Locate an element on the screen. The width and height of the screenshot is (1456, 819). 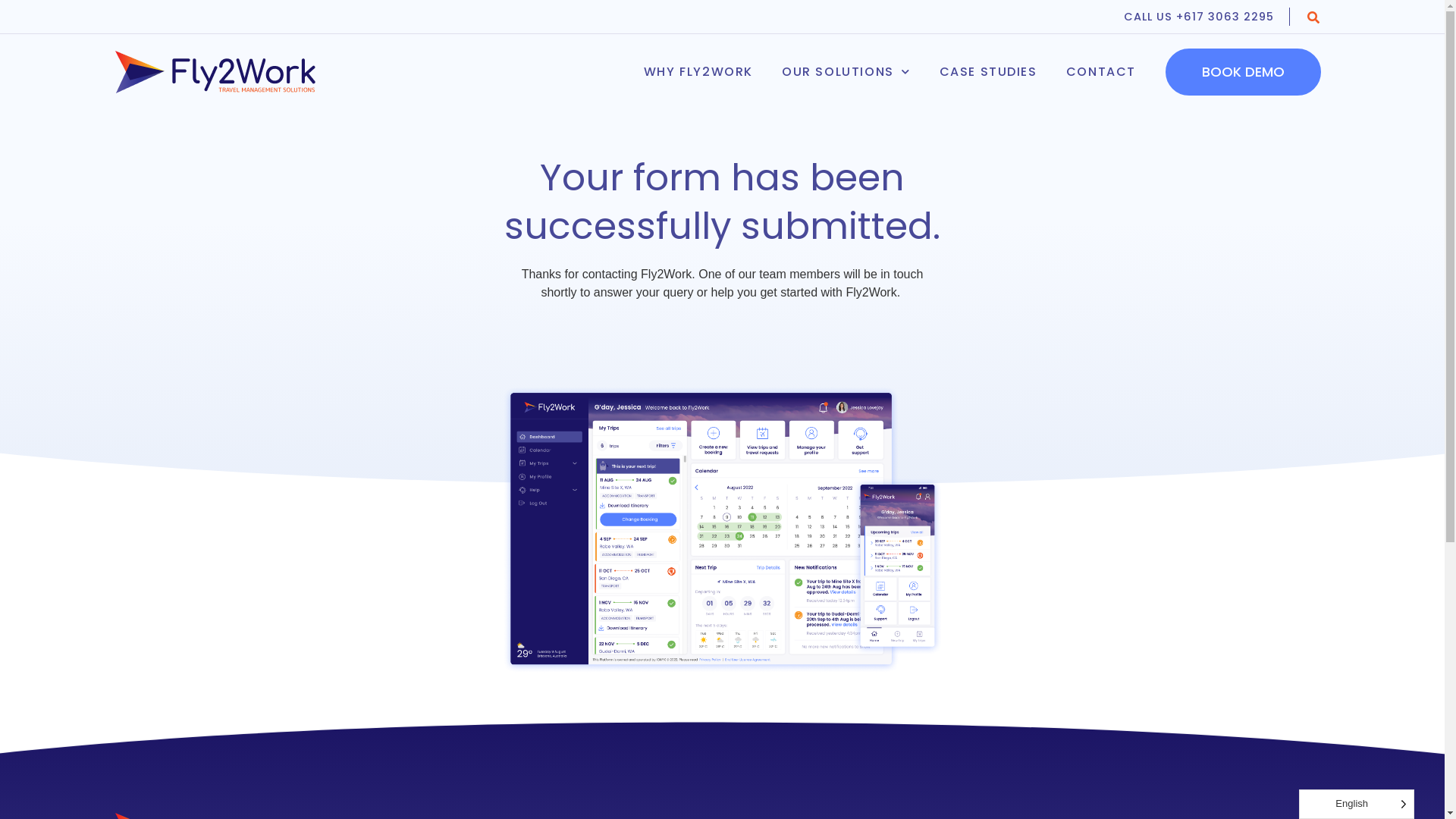
'OUR SOLUTIONS' is located at coordinates (767, 72).